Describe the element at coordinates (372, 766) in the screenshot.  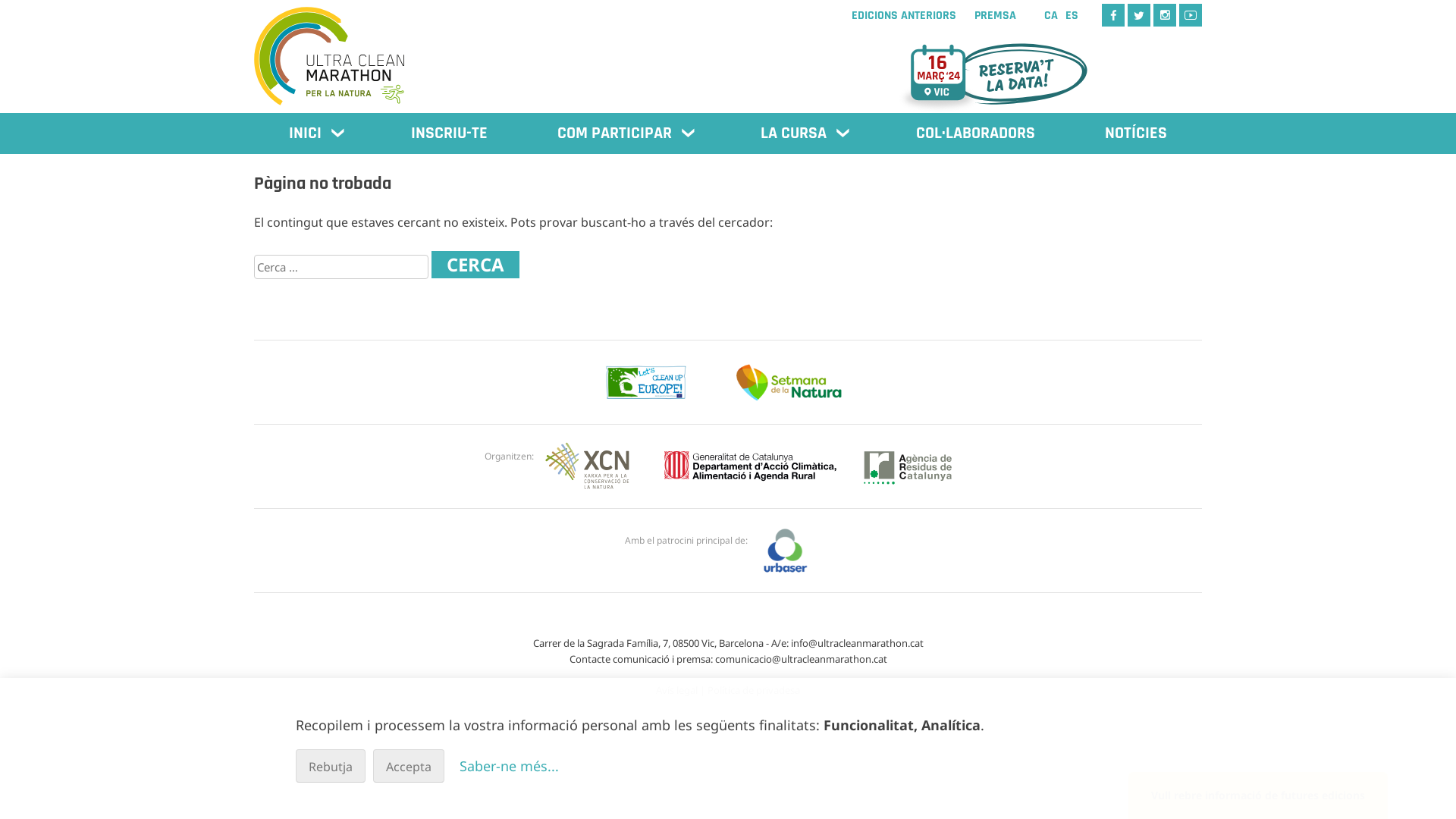
I see `'Accepta'` at that location.